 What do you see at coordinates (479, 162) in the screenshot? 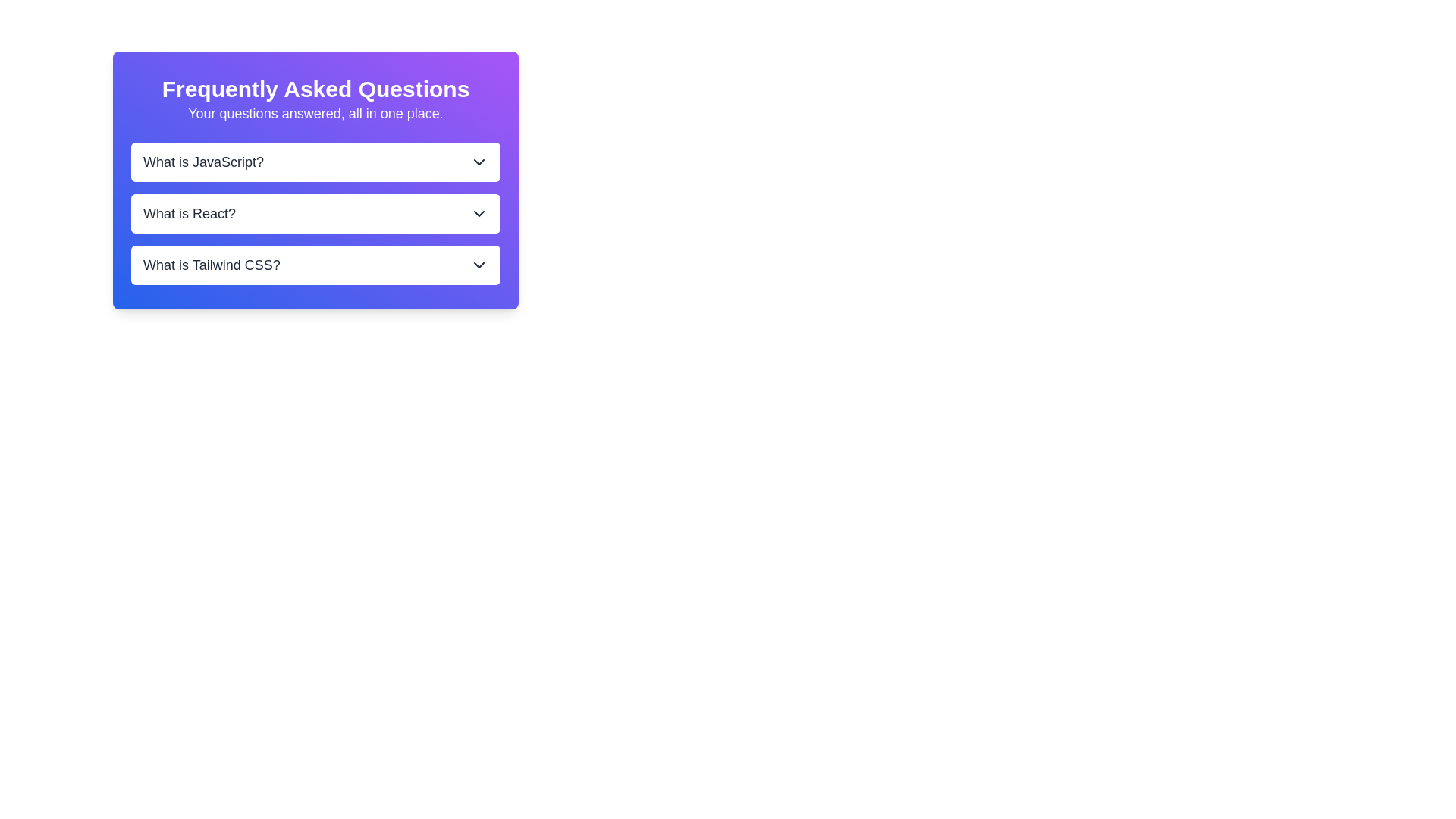
I see `the expand/collapse icon located to the right of the text 'What is JavaScript?'` at bounding box center [479, 162].